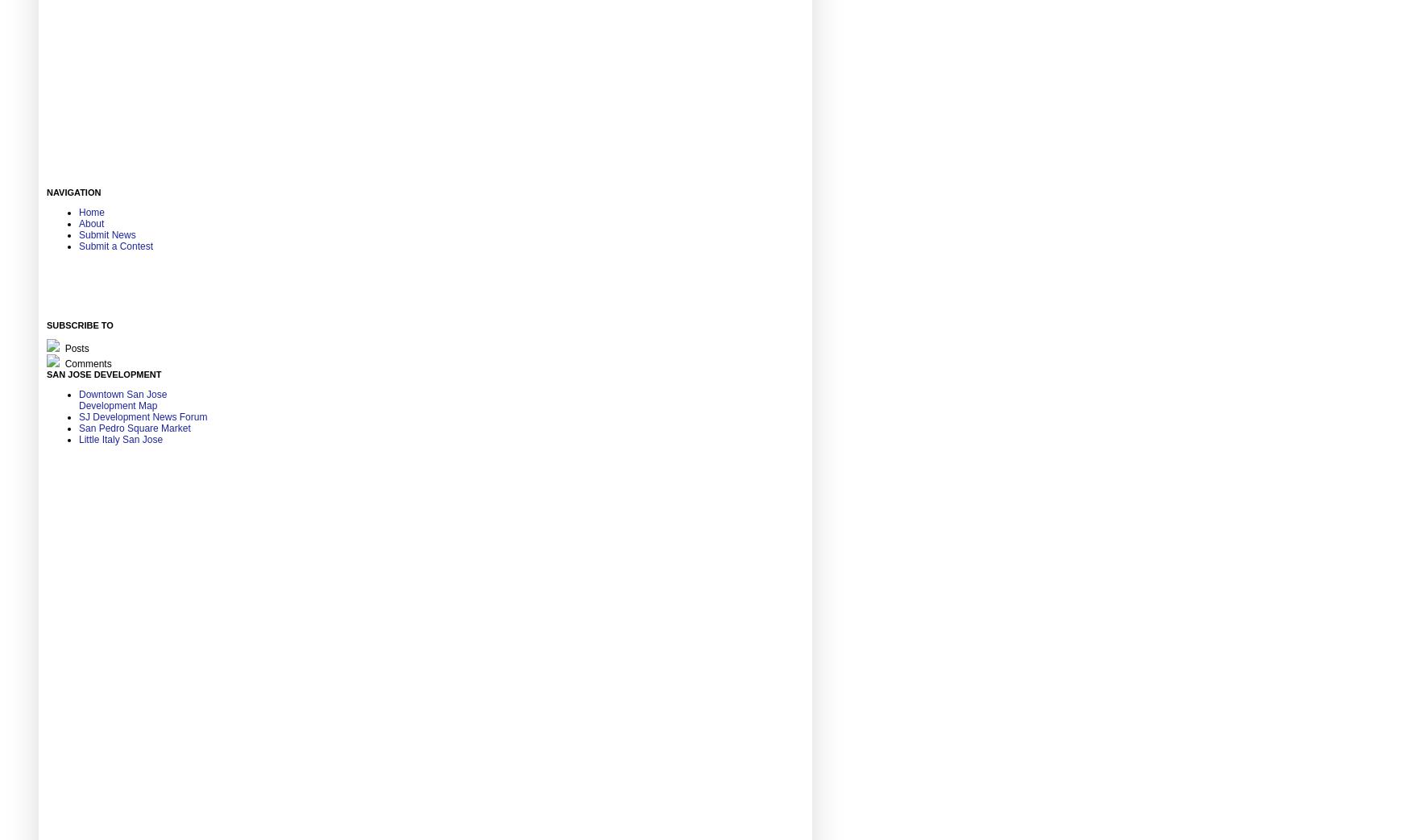 This screenshot has height=840, width=1402. Describe the element at coordinates (142, 416) in the screenshot. I see `'SJ Development News Forum'` at that location.